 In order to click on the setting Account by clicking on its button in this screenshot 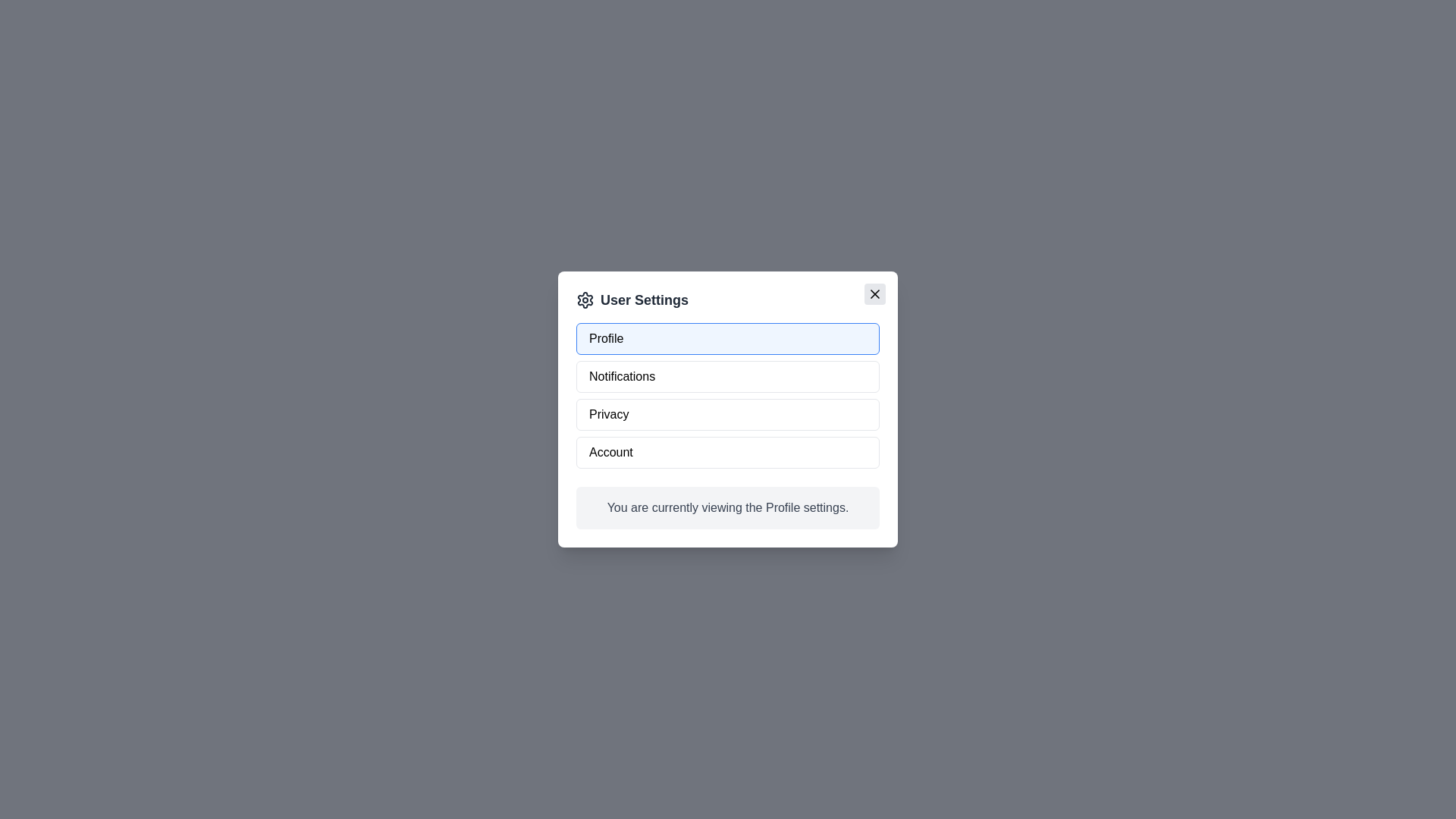, I will do `click(728, 452)`.